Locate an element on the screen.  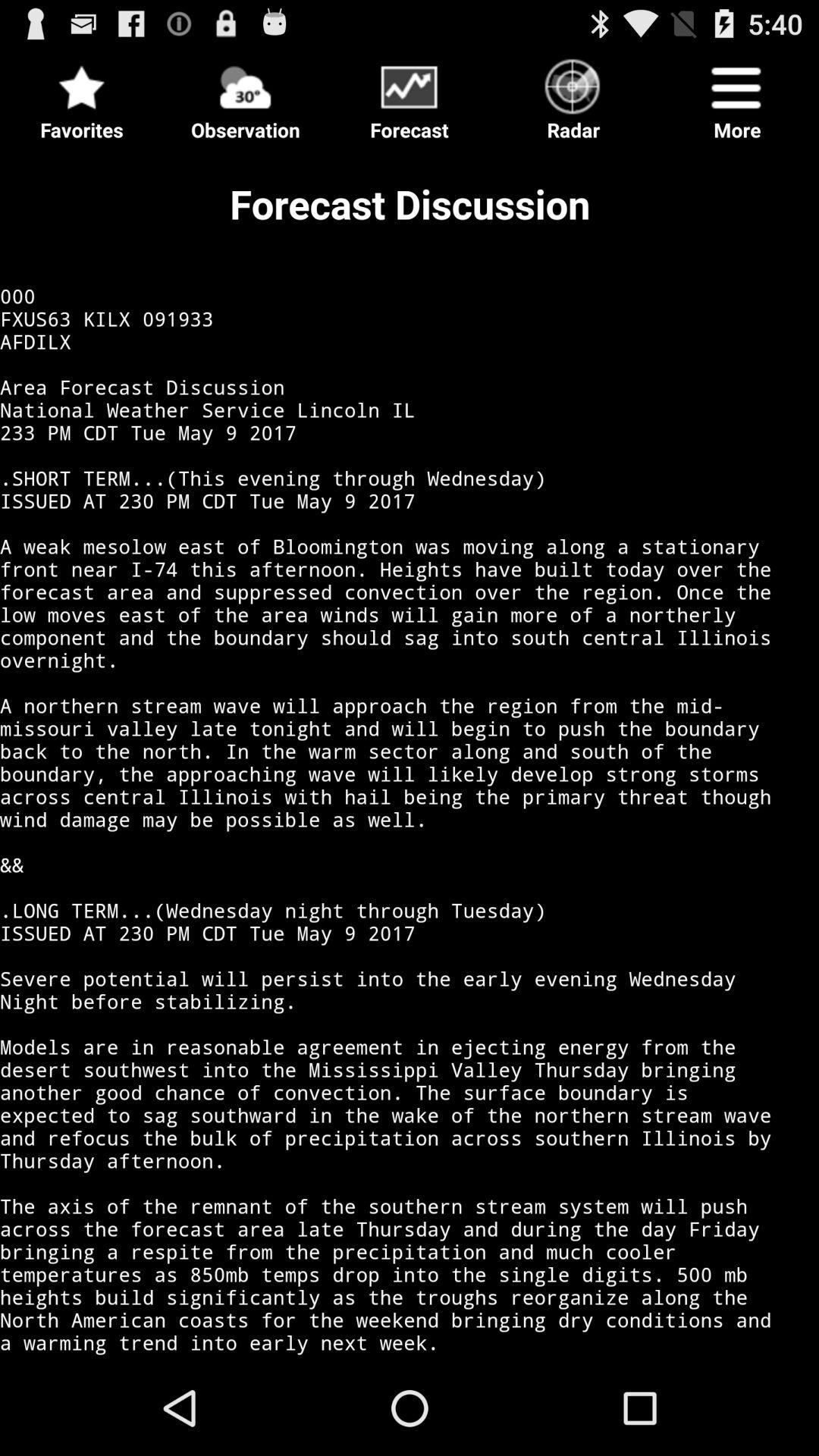
the forecast item is located at coordinates (409, 94).